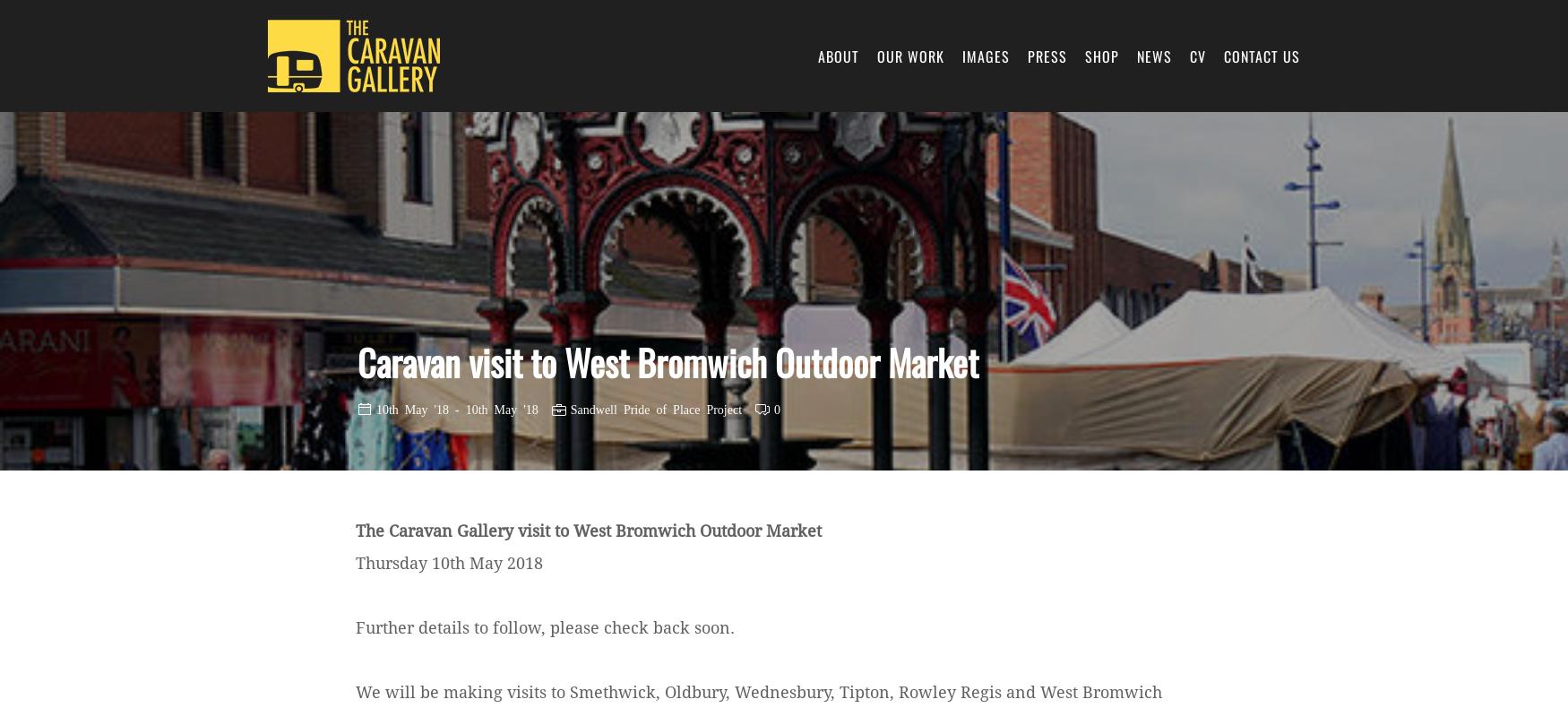 This screenshot has height=708, width=1568. Describe the element at coordinates (667, 361) in the screenshot. I see `'Caravan visit to West Bromwich Outdoor Market'` at that location.